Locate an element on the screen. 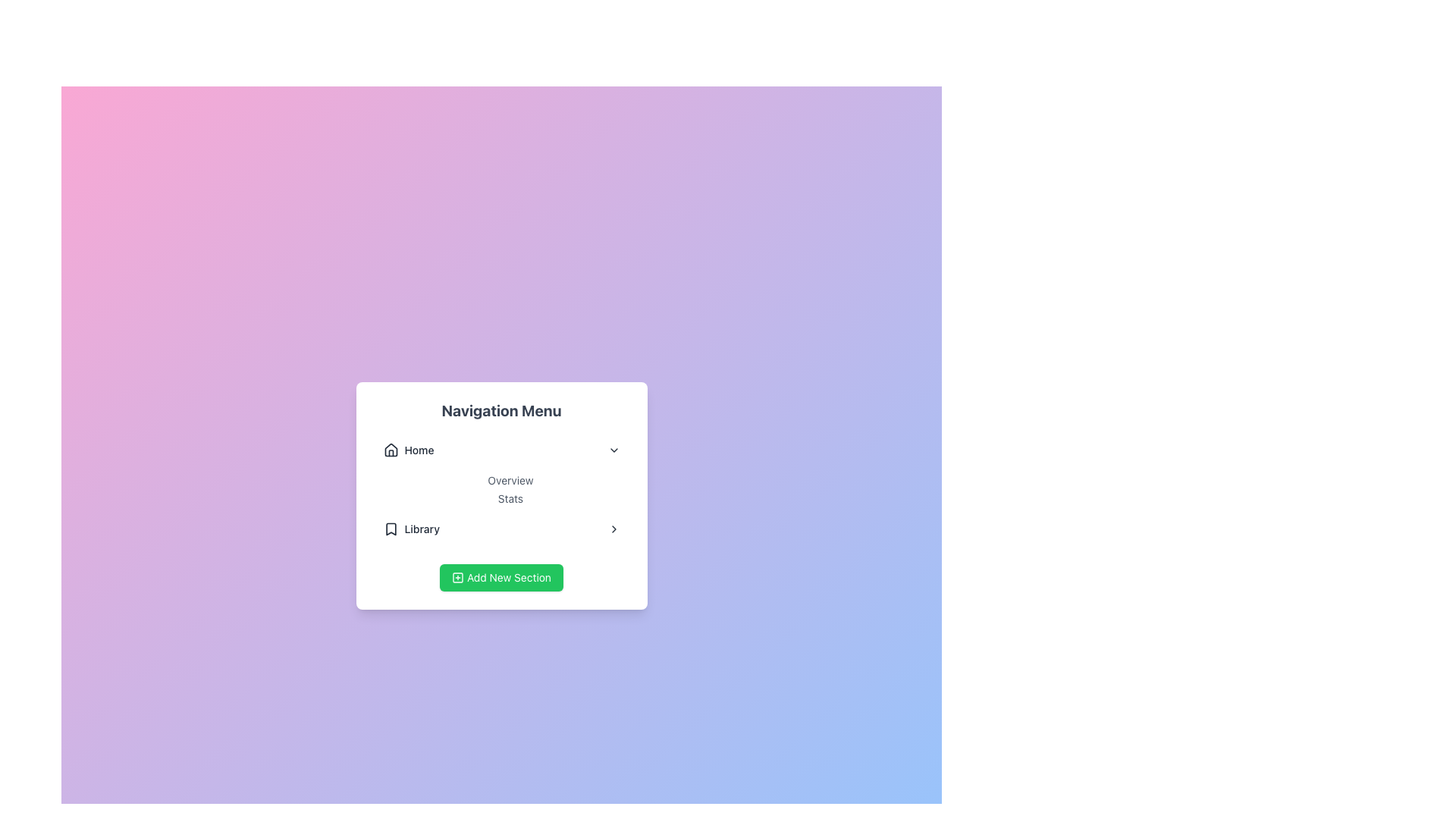 The width and height of the screenshot is (1456, 819). the 'Add New Section' button is located at coordinates (501, 578).